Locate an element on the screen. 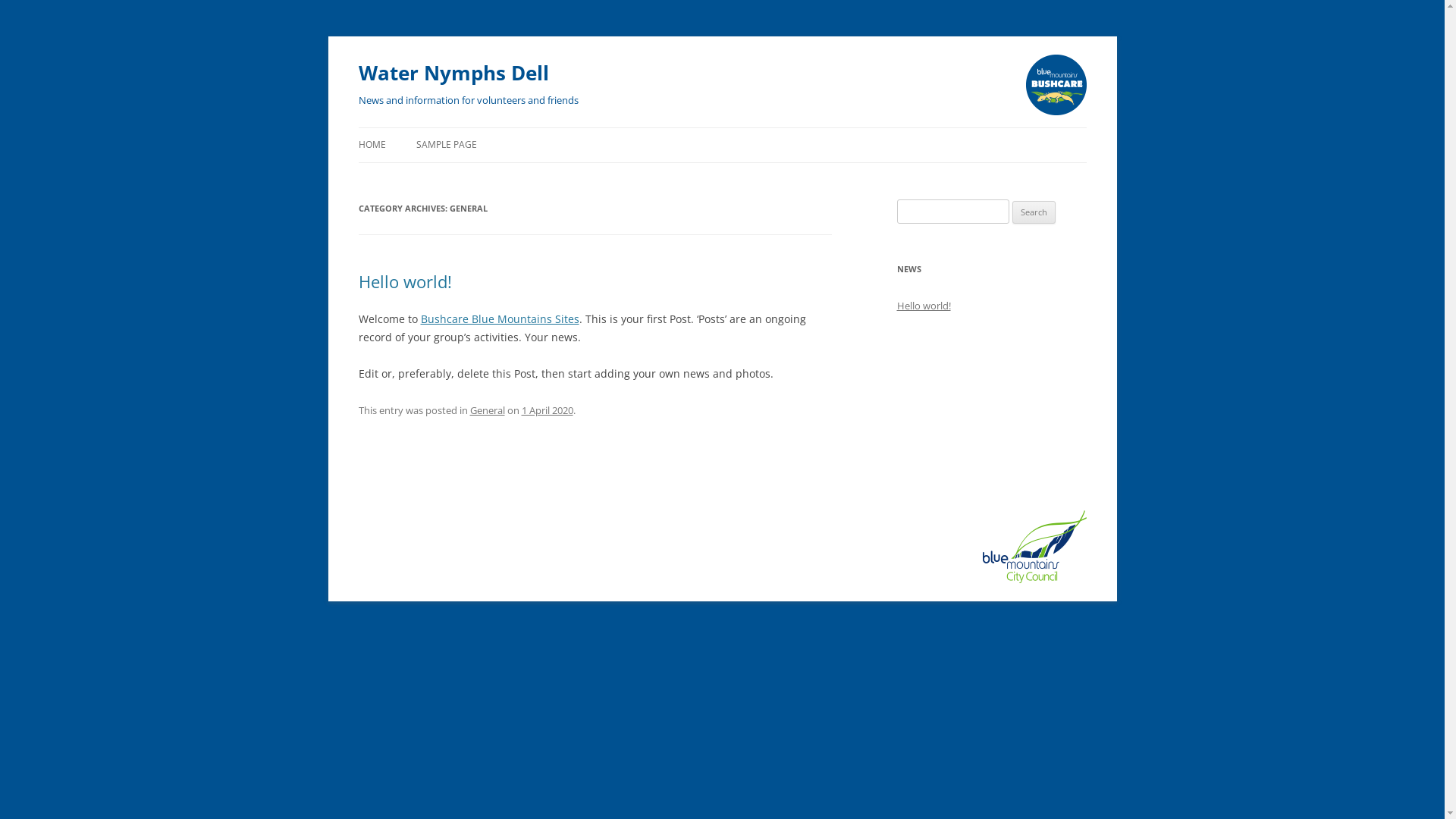 This screenshot has height=819, width=1456. 'Search' is located at coordinates (1033, 212).